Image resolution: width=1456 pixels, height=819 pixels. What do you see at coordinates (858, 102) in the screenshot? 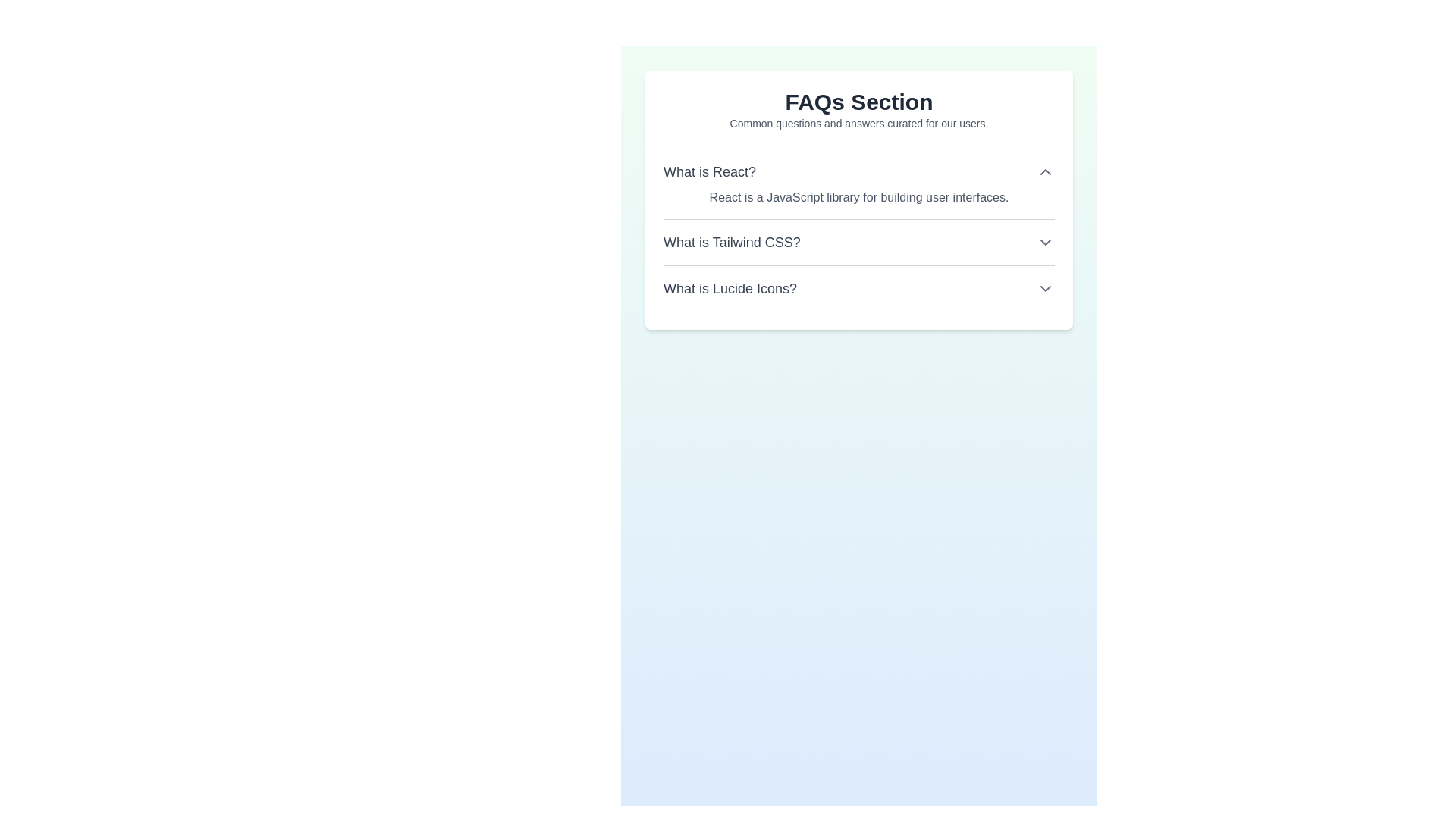
I see `the bold textual heading labeled 'FAQs Section' that is styled with a large font and dark gray color, positioned at the top of the central area of the interface` at bounding box center [858, 102].